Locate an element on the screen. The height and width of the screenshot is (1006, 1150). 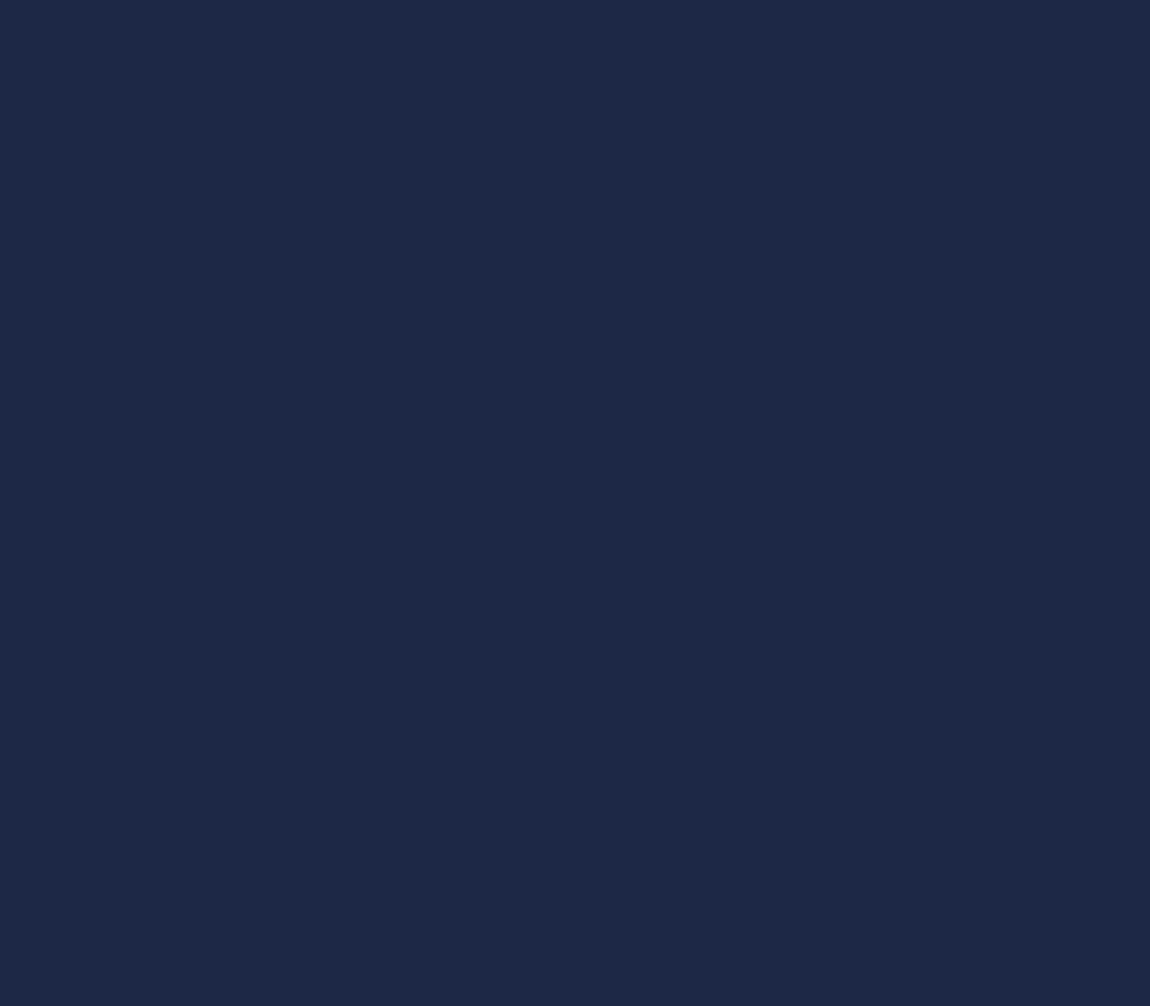
'SHARE! and the author will get a' is located at coordinates (632, 448).